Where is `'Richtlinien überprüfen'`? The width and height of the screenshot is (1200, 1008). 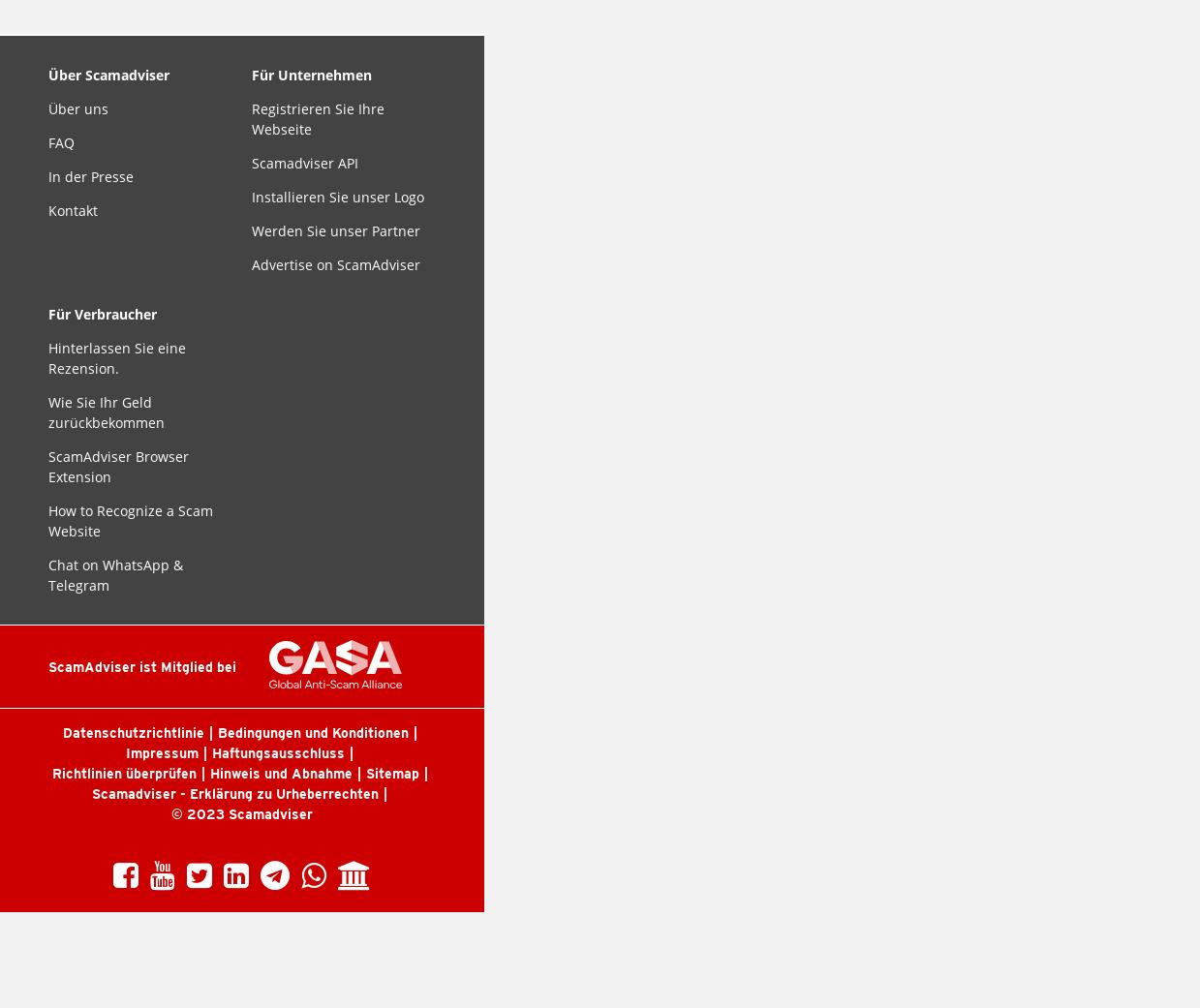 'Richtlinien überprüfen' is located at coordinates (123, 773).